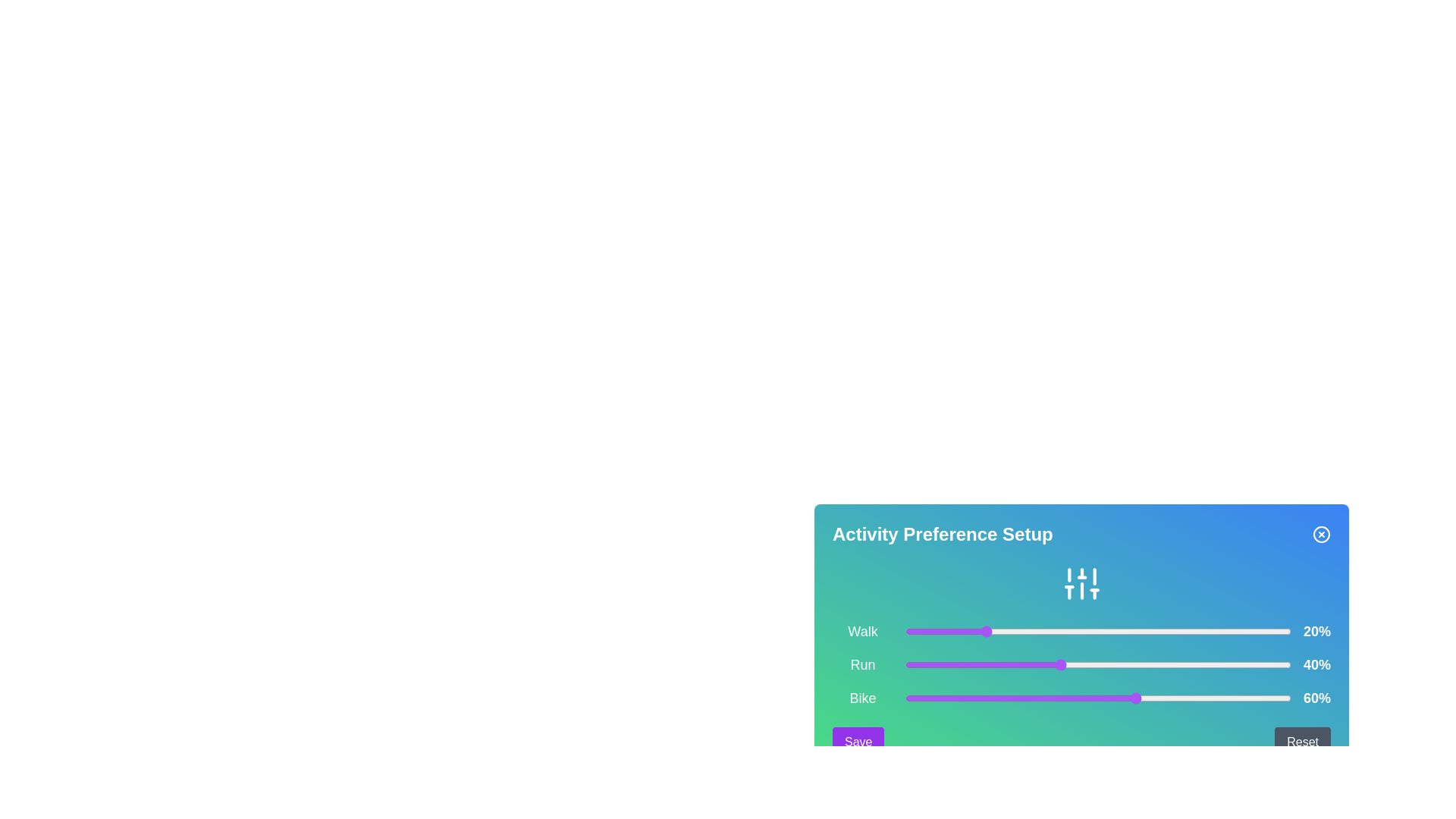 Image resolution: width=1456 pixels, height=819 pixels. I want to click on the slider for 0 to 42%, so click(1066, 632).